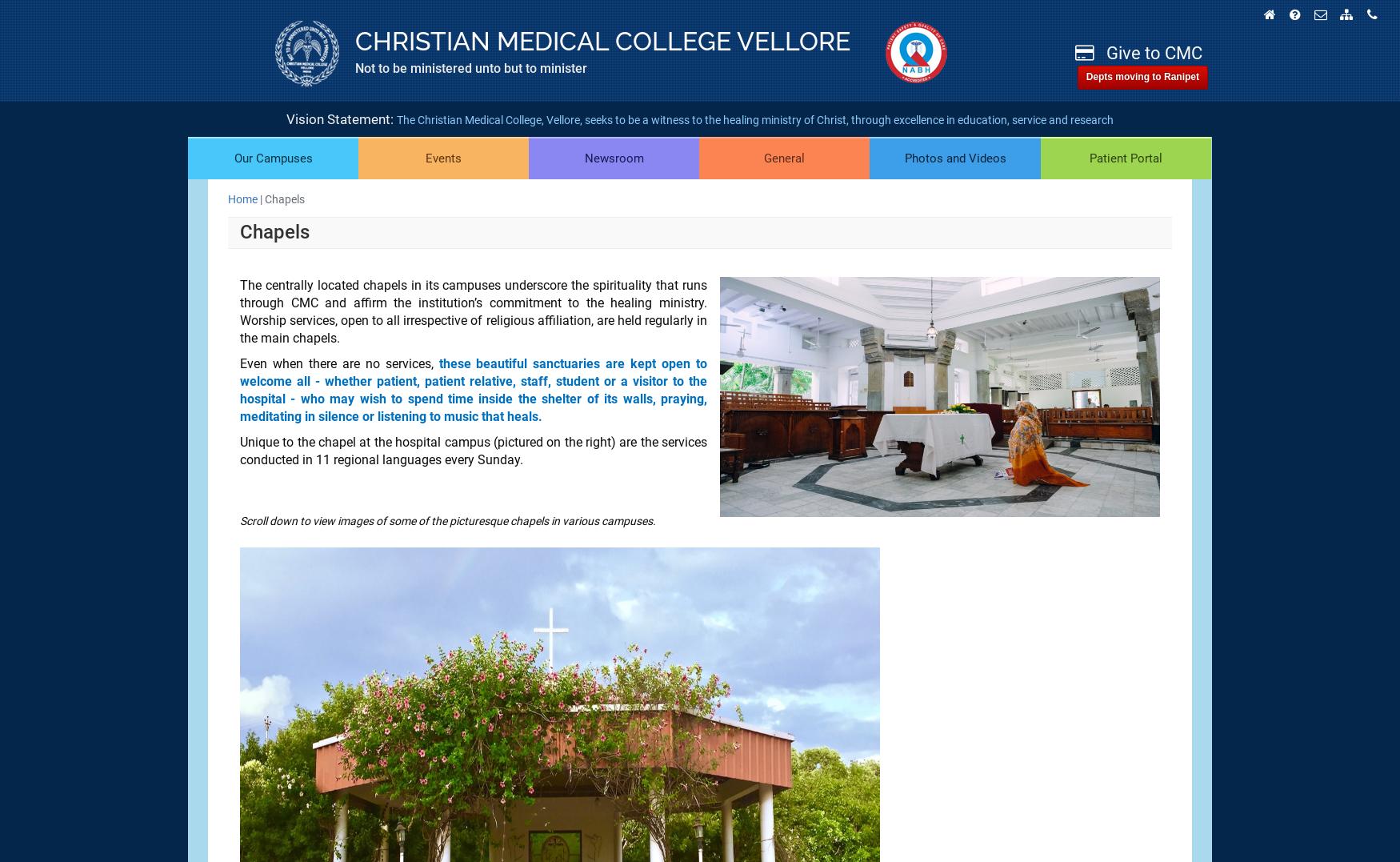  Describe the element at coordinates (1141, 75) in the screenshot. I see `'Depts moving to Ranipet'` at that location.